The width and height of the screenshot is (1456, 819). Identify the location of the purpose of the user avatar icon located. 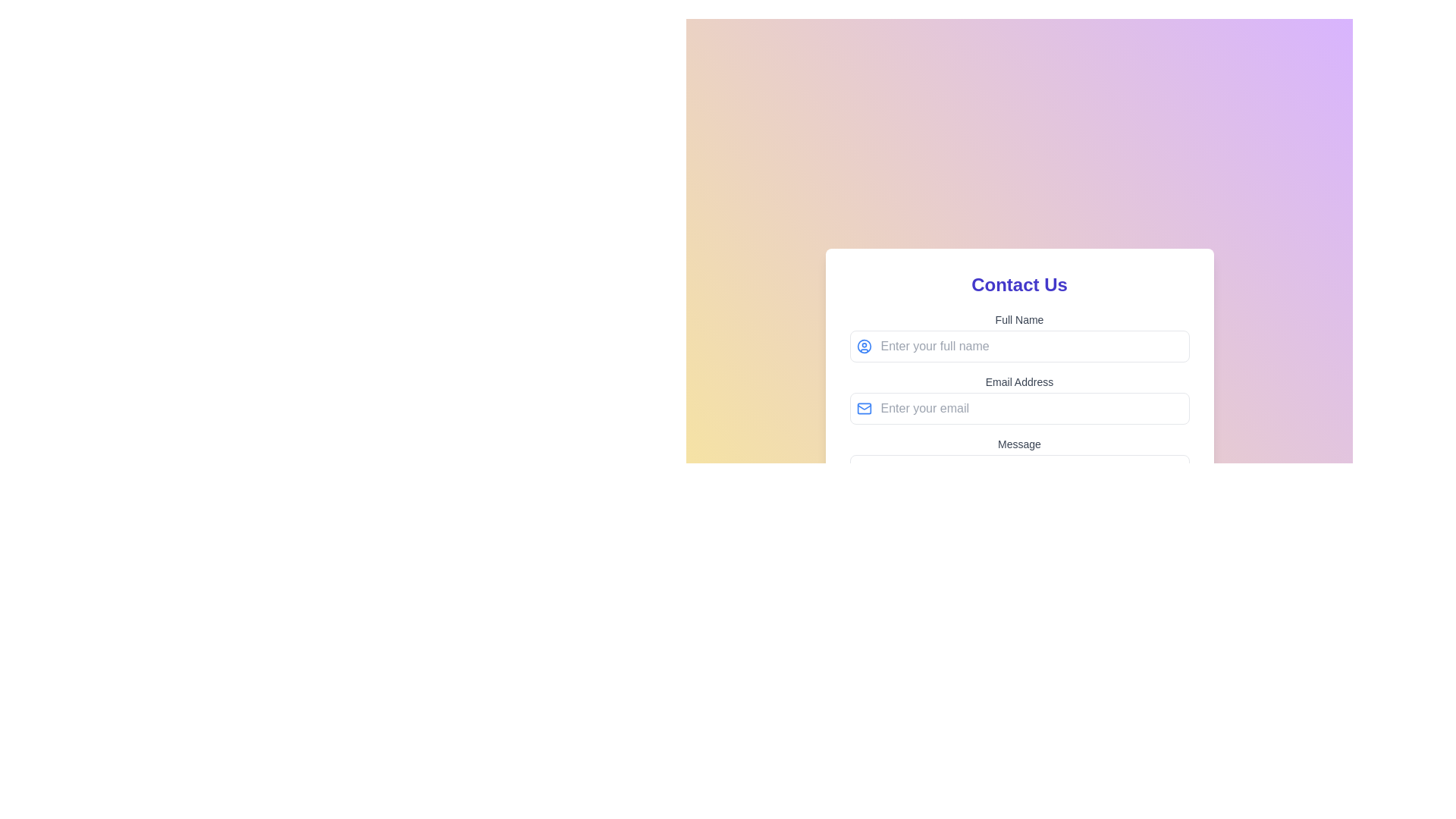
(864, 346).